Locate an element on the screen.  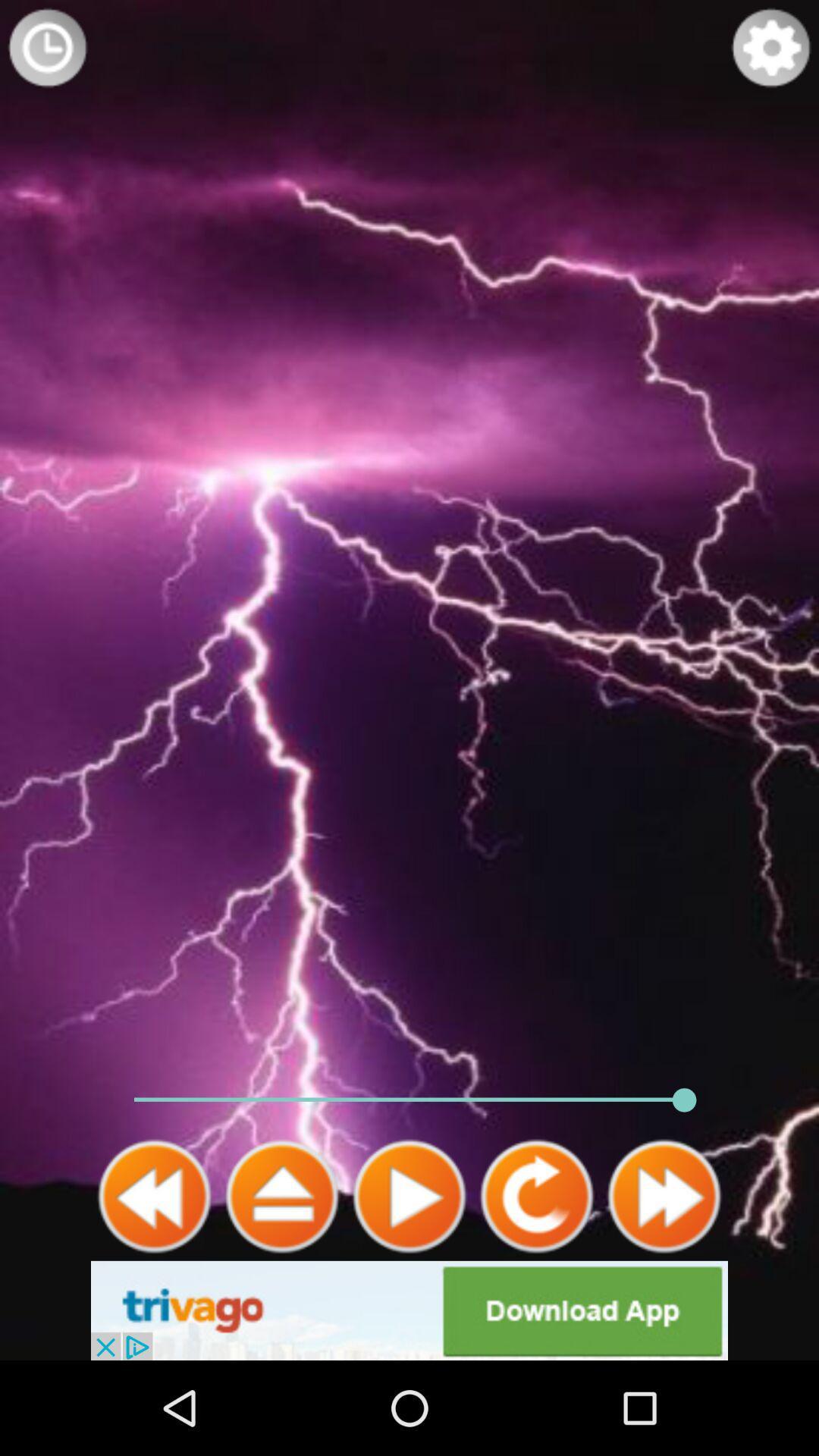
play is located at coordinates (409, 1196).